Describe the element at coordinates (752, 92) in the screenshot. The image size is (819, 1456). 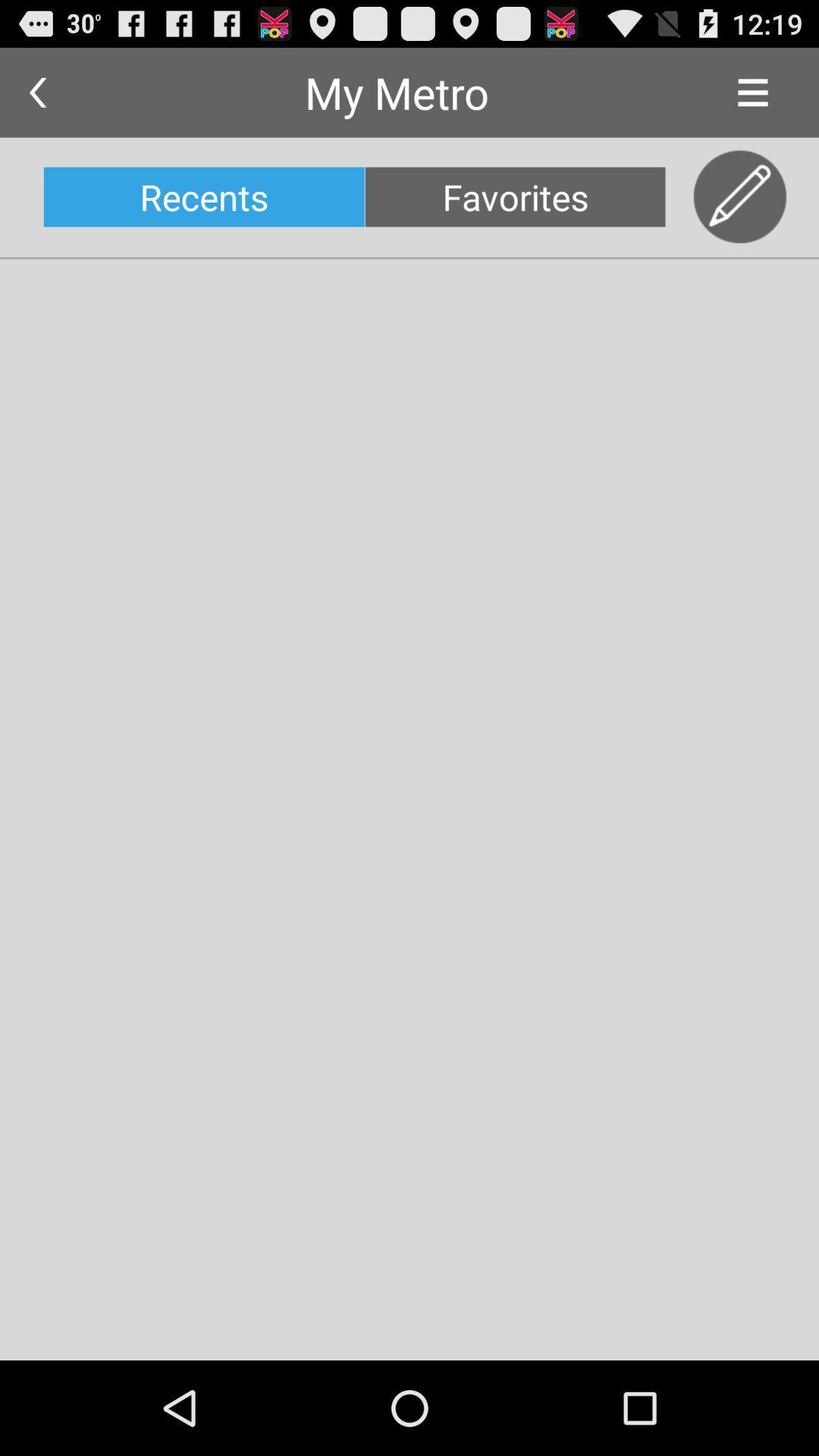
I see `the app to the right of my metro app` at that location.